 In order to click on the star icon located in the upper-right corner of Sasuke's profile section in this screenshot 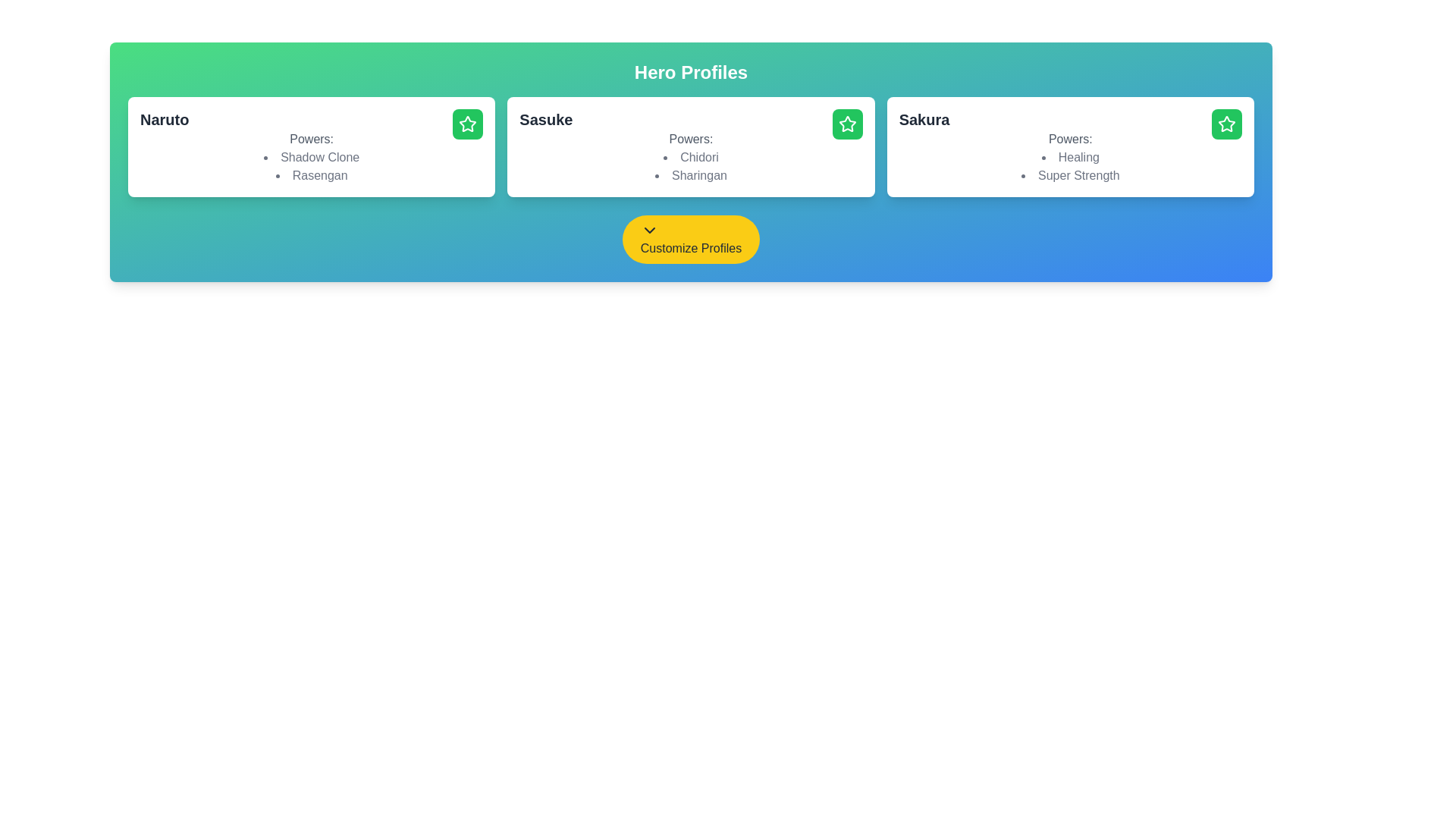, I will do `click(846, 124)`.